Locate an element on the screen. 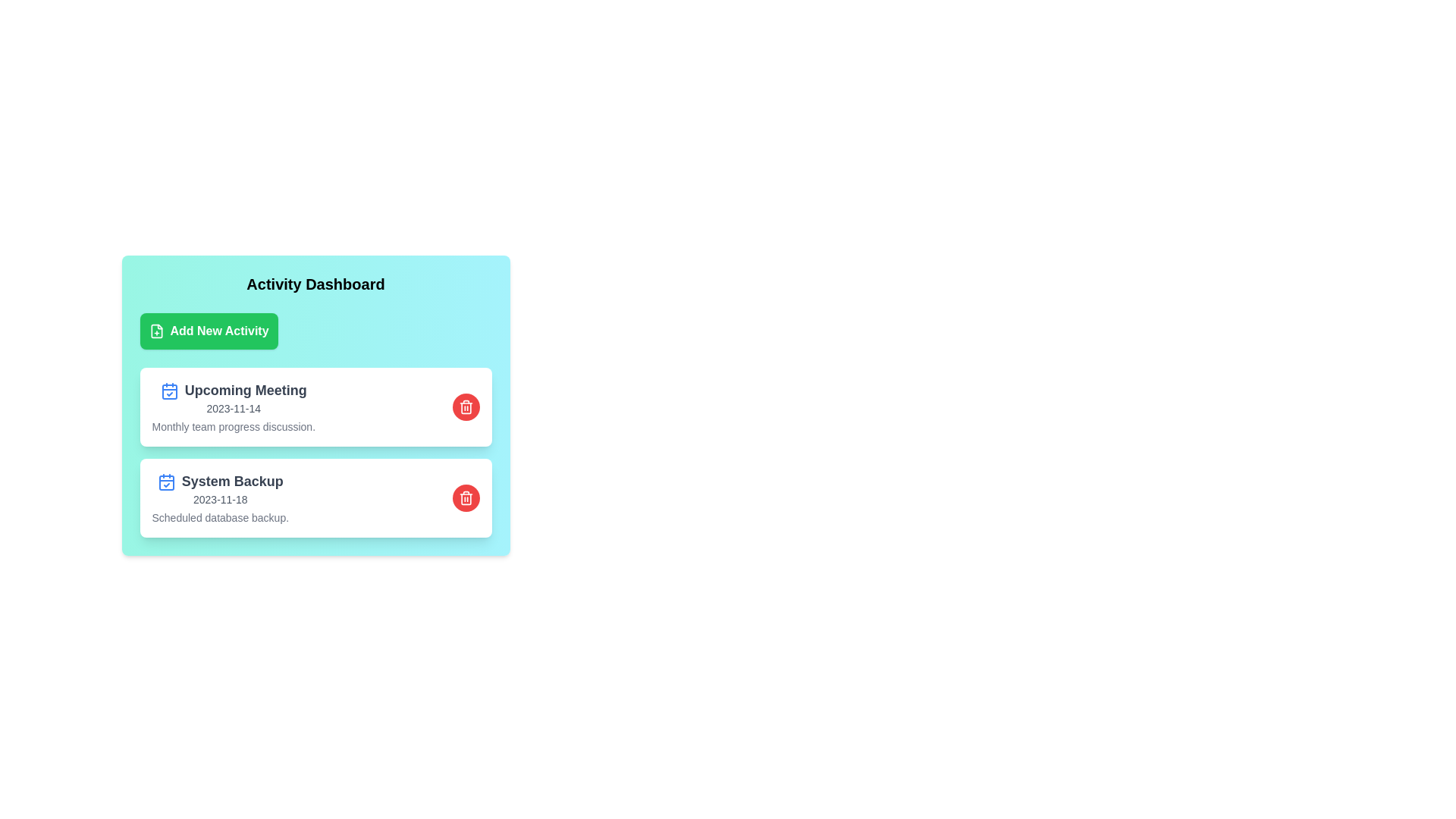 The image size is (1456, 819). the button labeled Delete System Backup to observe its visual feedback is located at coordinates (465, 497).